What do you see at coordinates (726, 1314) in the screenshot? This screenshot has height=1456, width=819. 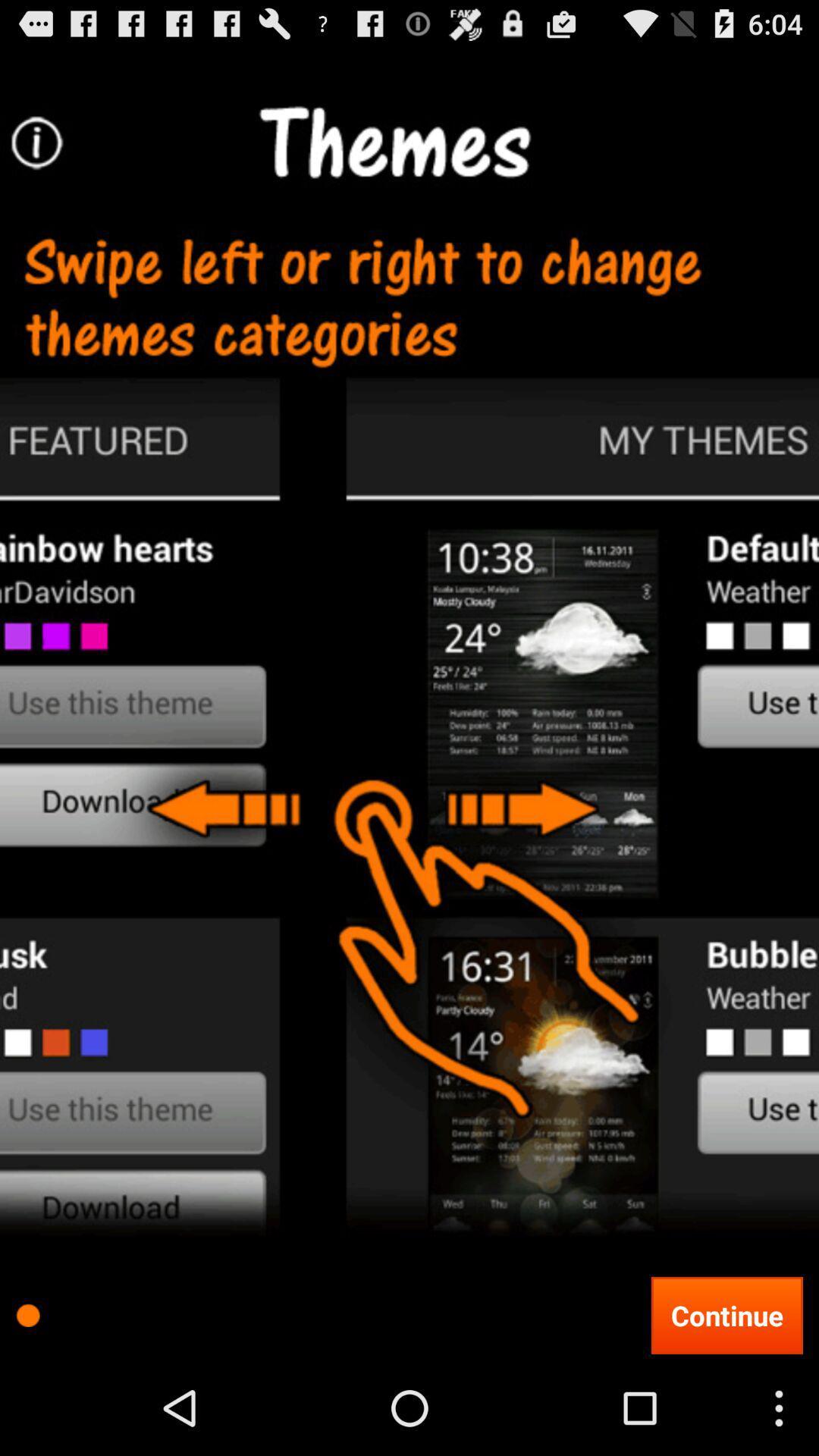 I see `the continue button` at bounding box center [726, 1314].